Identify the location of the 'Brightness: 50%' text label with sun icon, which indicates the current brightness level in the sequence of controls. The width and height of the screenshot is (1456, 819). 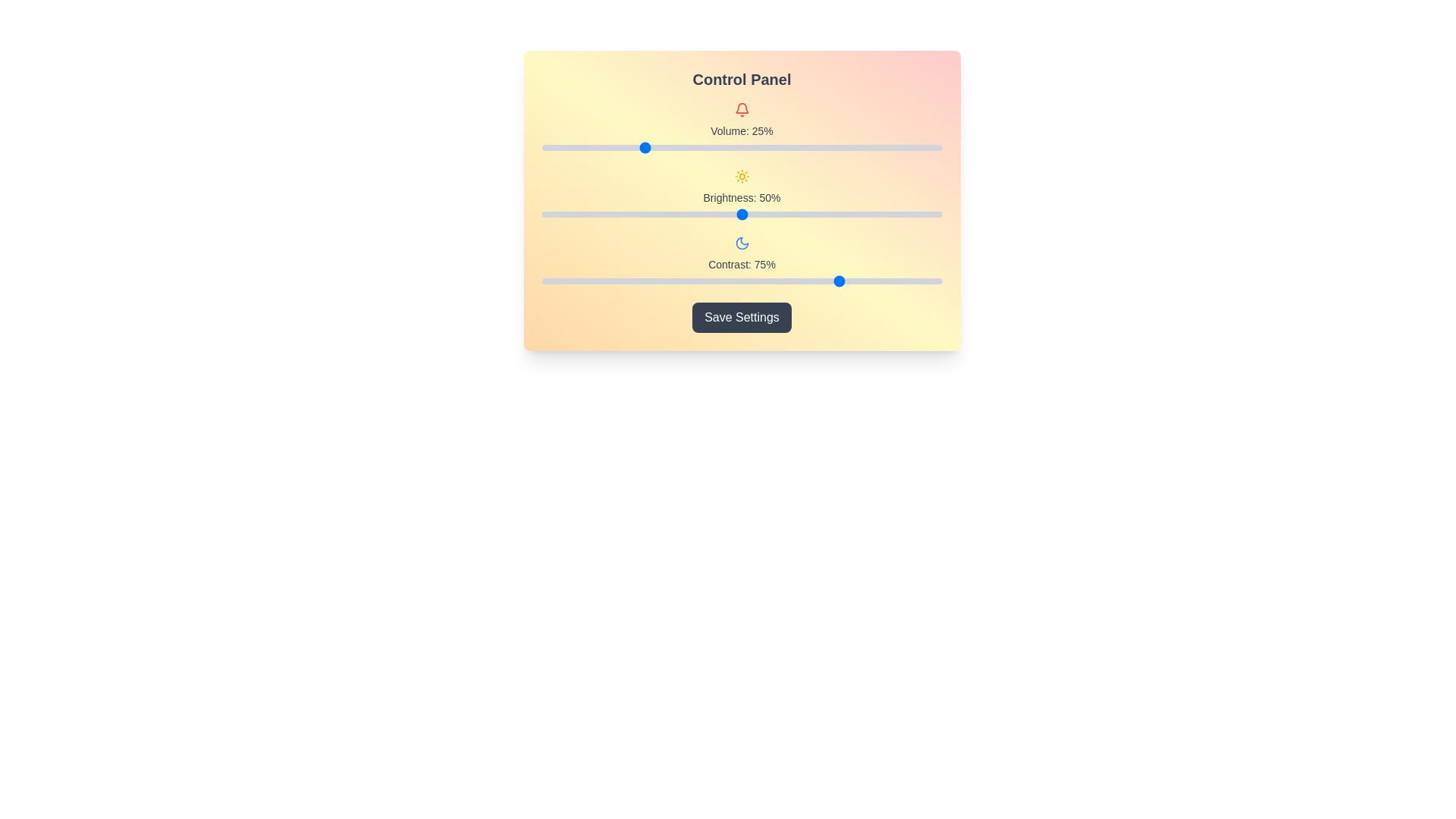
(742, 192).